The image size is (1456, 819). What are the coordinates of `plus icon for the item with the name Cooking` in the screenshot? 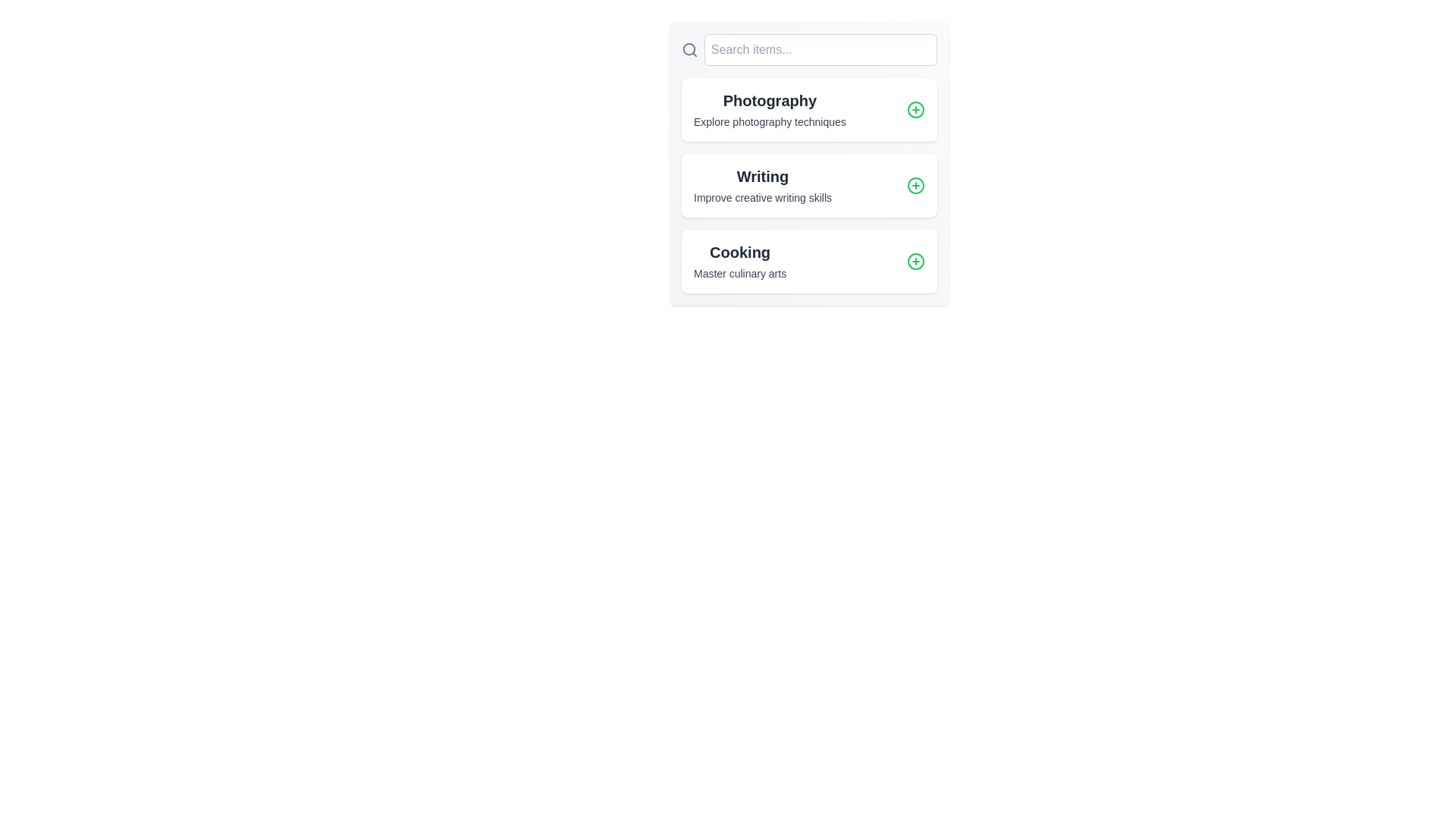 It's located at (915, 260).